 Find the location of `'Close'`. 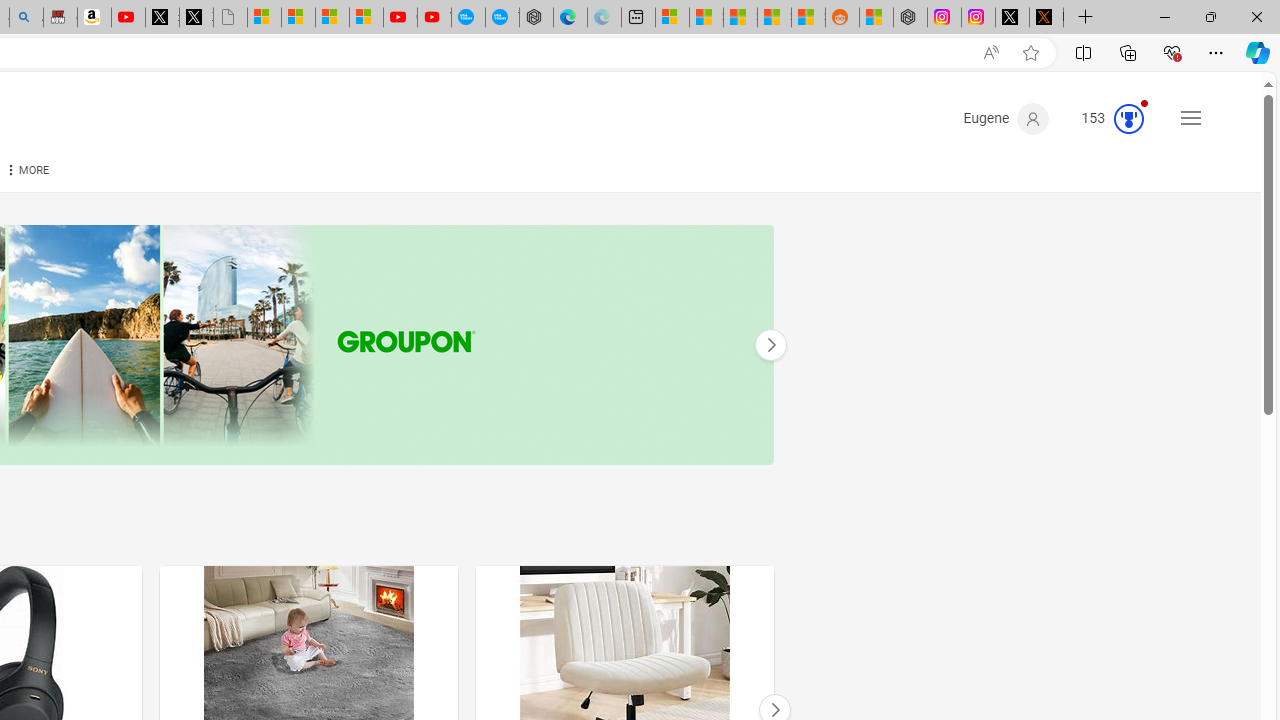

'Close' is located at coordinates (1255, 16).